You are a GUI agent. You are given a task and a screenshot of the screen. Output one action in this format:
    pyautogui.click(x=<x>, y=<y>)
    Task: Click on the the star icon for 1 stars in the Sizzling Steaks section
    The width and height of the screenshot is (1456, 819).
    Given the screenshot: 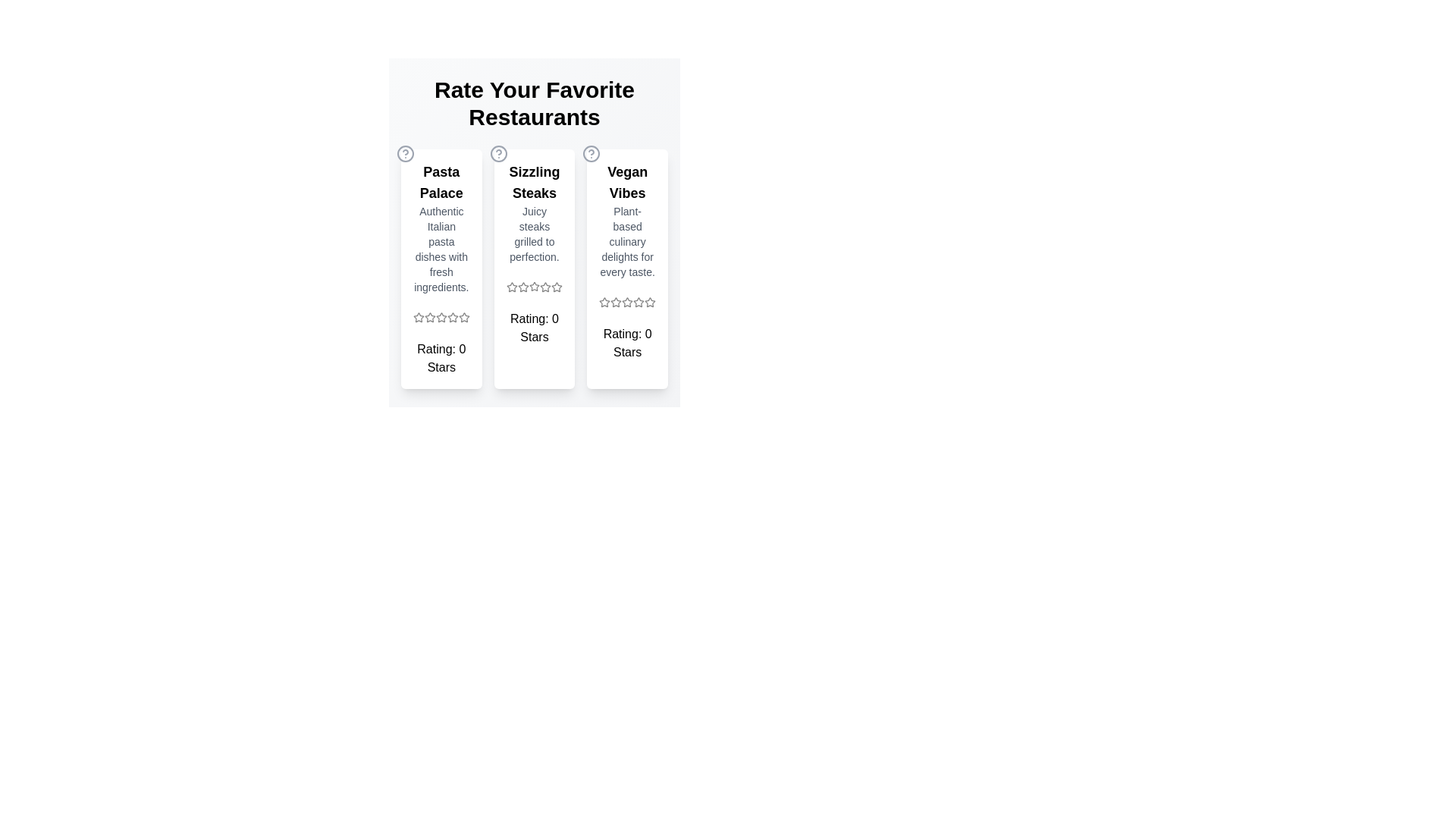 What is the action you would take?
    pyautogui.click(x=512, y=287)
    